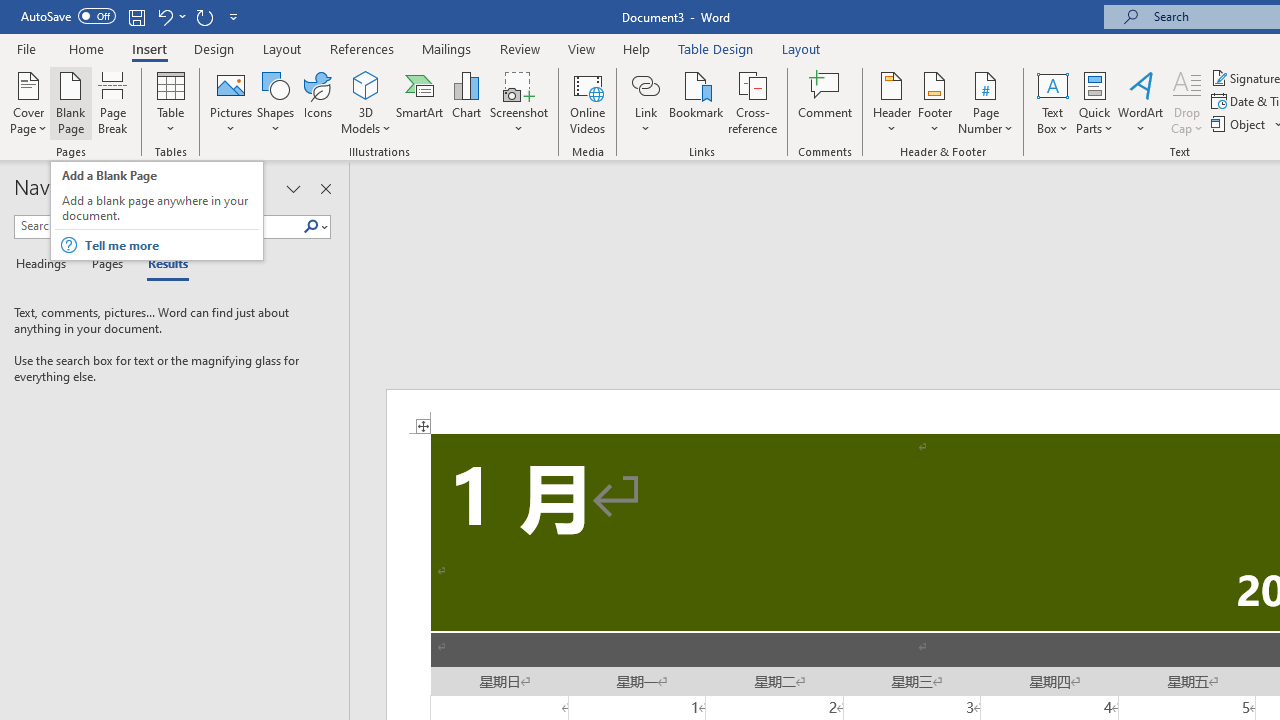 This screenshot has height=720, width=1280. Describe the element at coordinates (825, 103) in the screenshot. I see `'Comment'` at that location.